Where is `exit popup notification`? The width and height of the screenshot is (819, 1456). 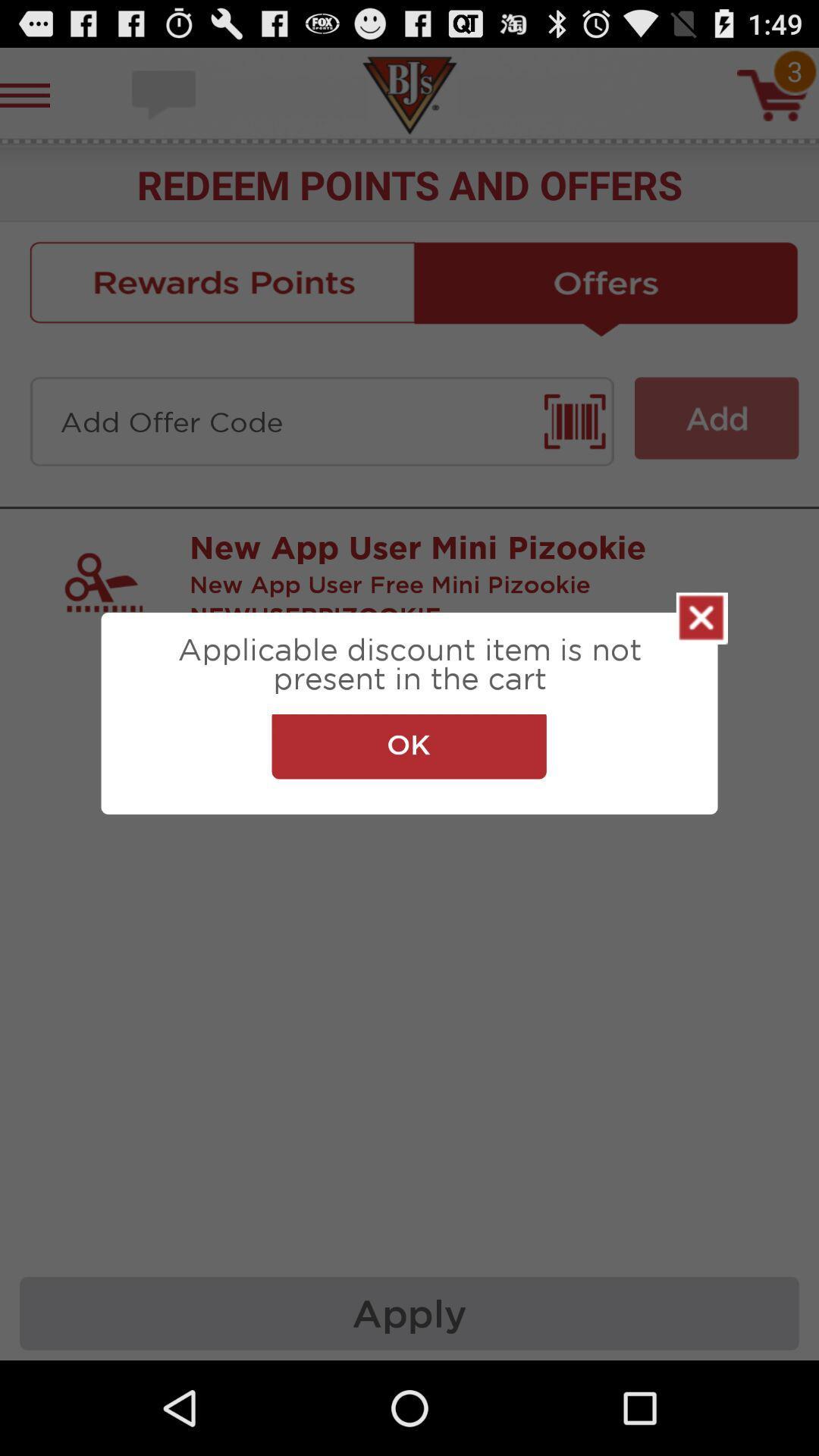 exit popup notification is located at coordinates (701, 618).